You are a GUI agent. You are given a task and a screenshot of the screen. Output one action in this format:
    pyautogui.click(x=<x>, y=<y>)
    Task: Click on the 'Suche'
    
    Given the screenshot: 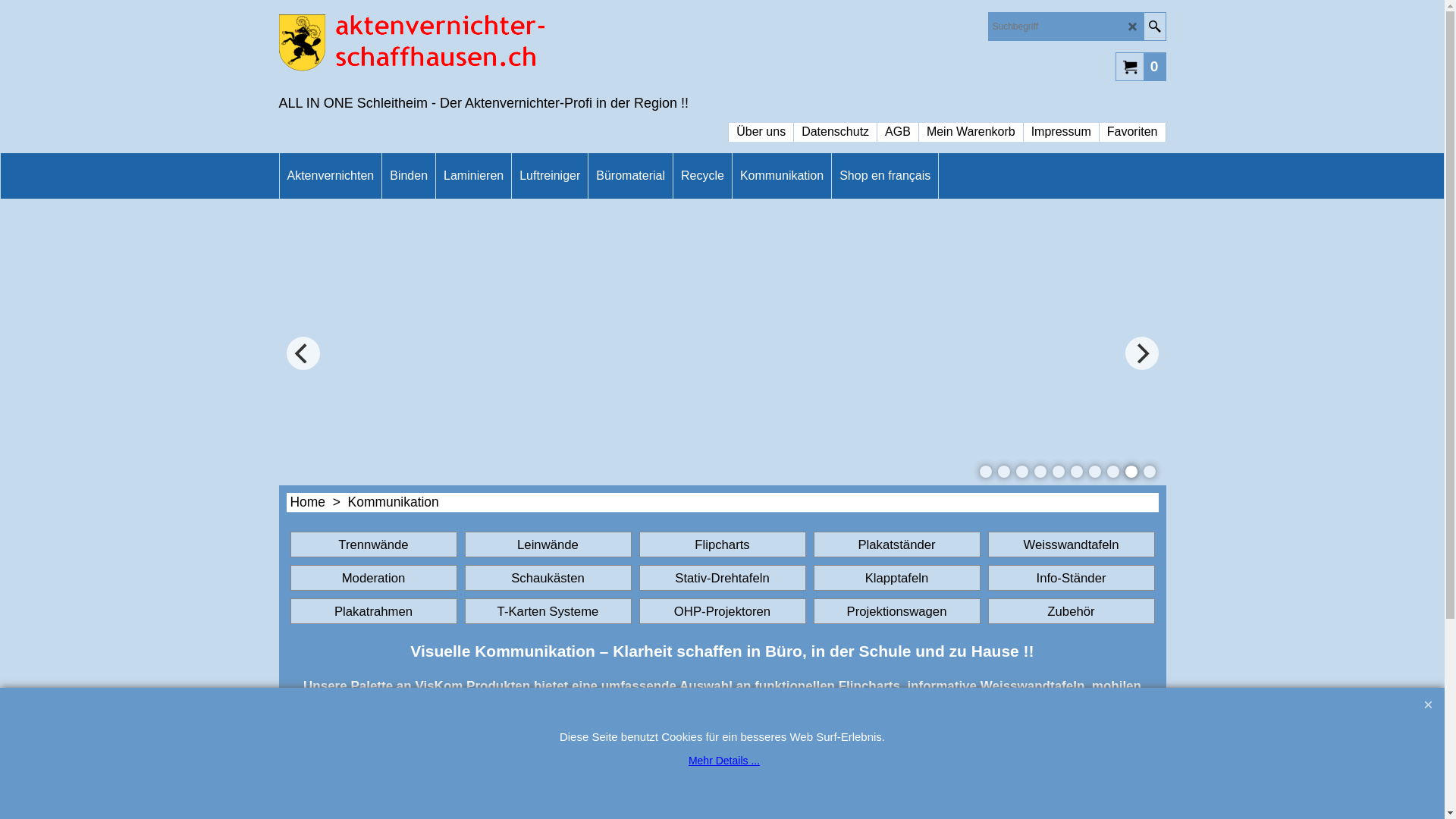 What is the action you would take?
    pyautogui.click(x=1153, y=26)
    